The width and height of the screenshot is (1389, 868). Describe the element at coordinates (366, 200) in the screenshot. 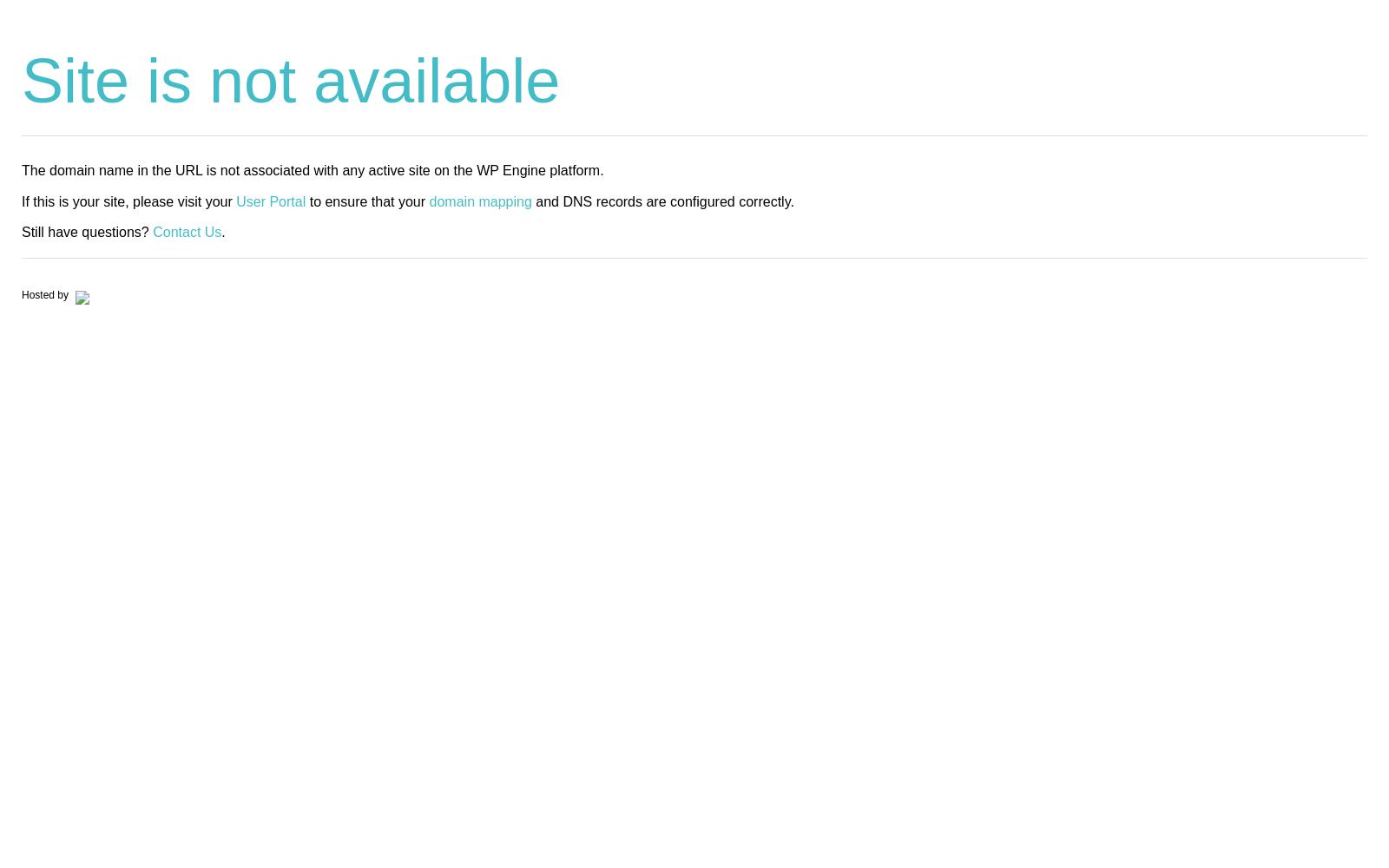

I see `'to ensure that your'` at that location.